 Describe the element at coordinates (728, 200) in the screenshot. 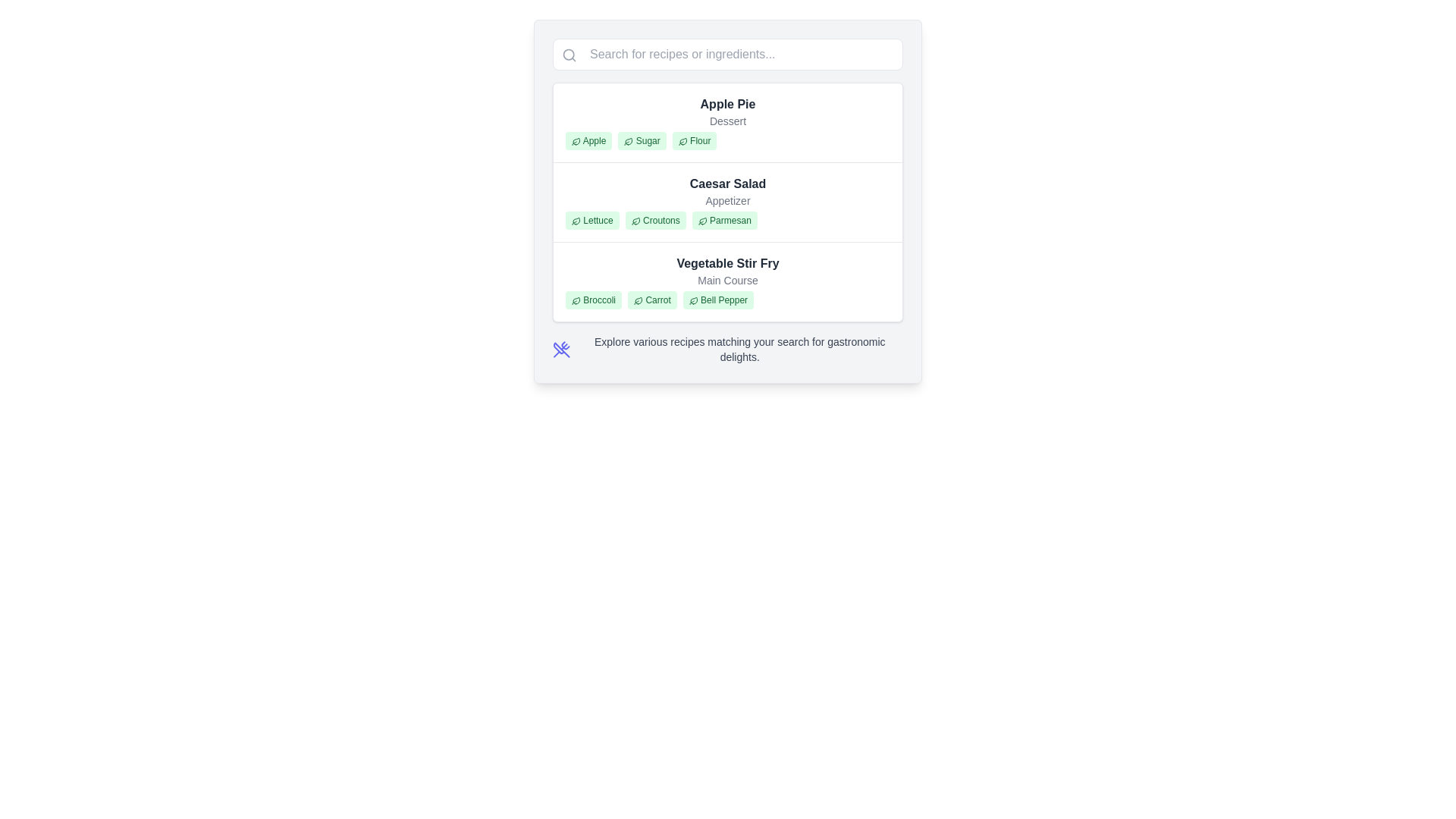

I see `the 'Appetizer' text label located below the title 'Caesar Salad' and above the ingredient tags` at that location.